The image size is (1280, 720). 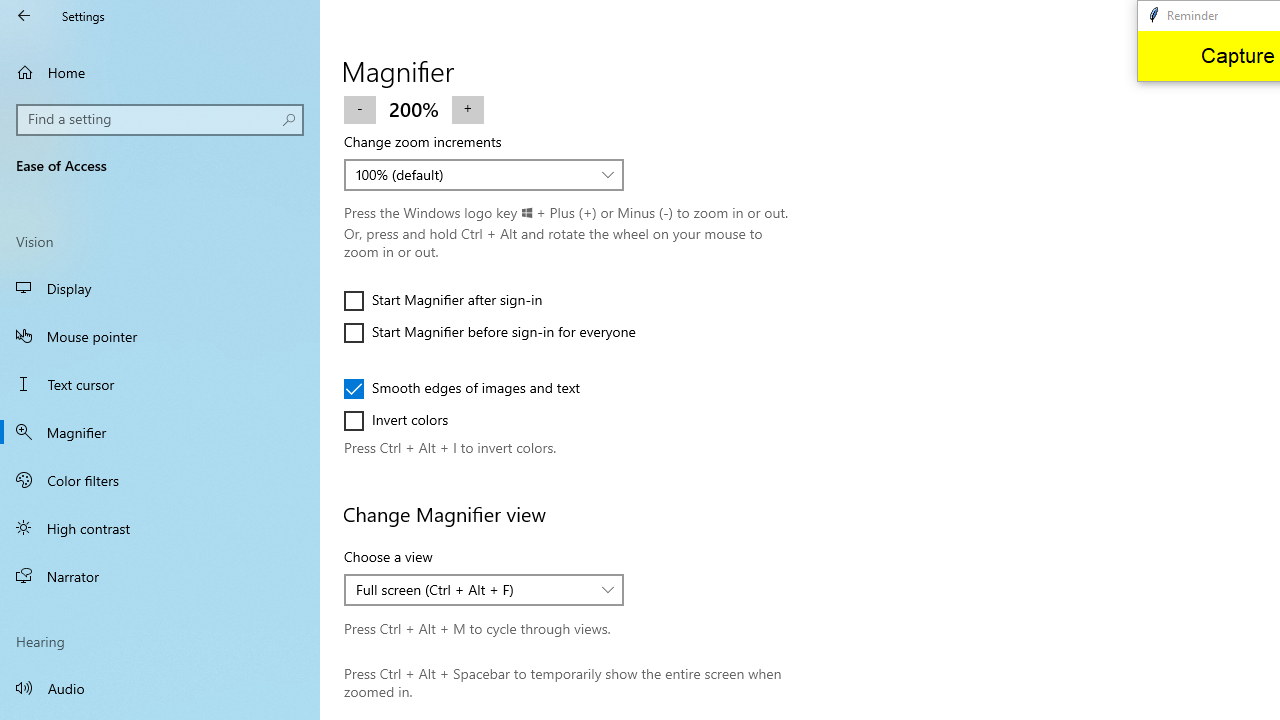 What do you see at coordinates (484, 589) in the screenshot?
I see `'Choose a view'` at bounding box center [484, 589].